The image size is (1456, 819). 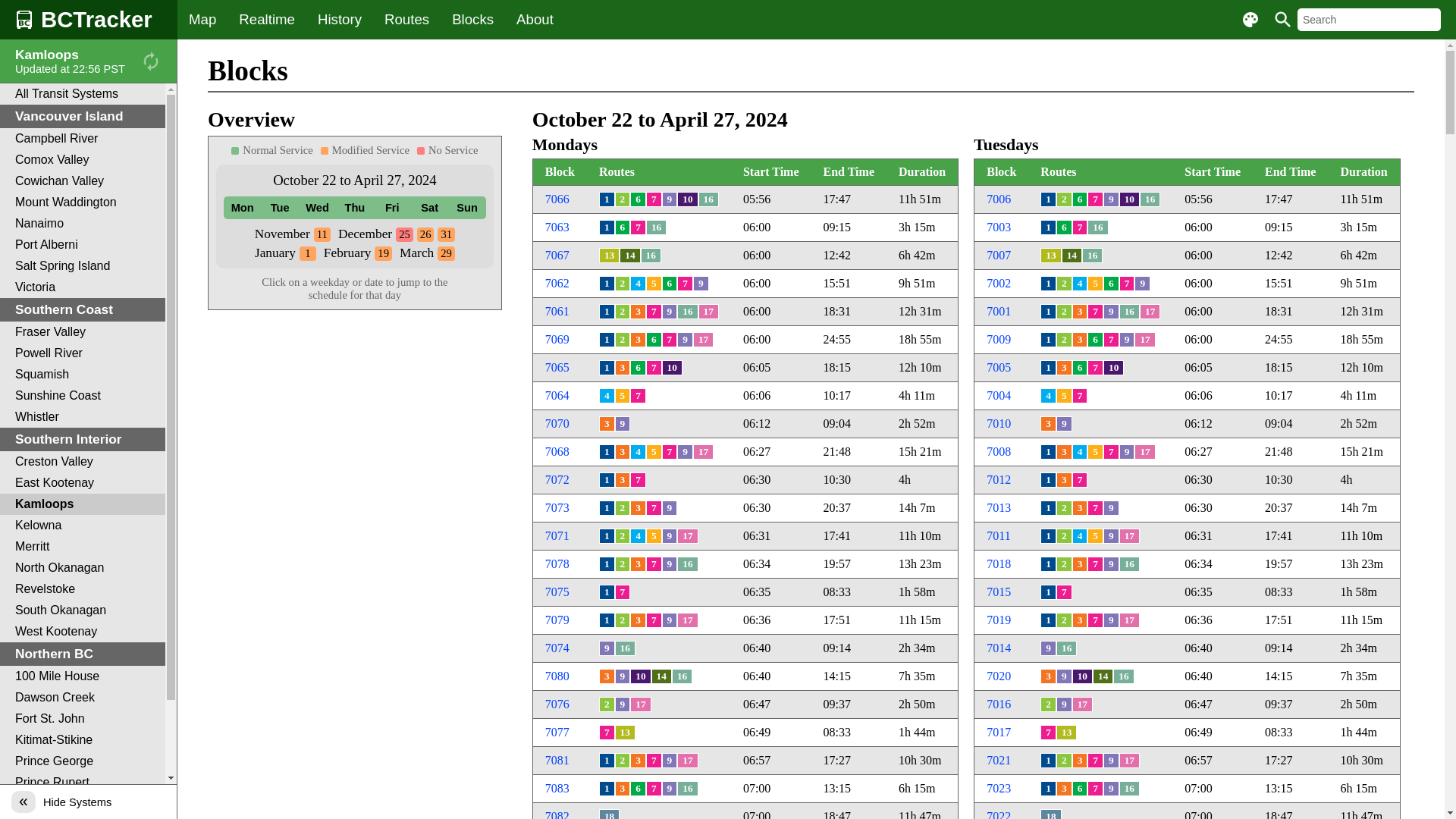 What do you see at coordinates (1111, 198) in the screenshot?
I see `'9'` at bounding box center [1111, 198].